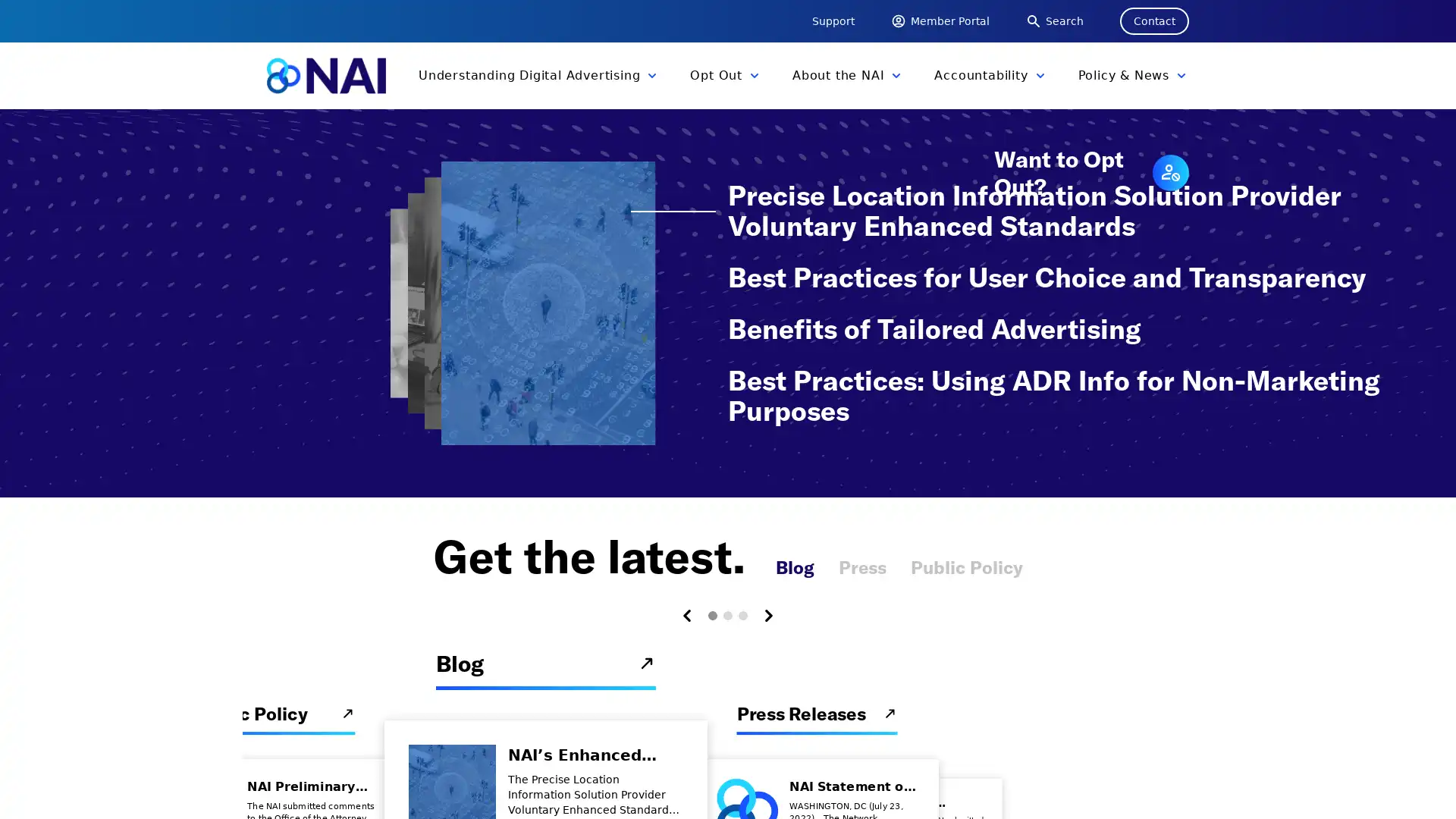 The width and height of the screenshot is (1456, 819). I want to click on Blog, so click(793, 567).